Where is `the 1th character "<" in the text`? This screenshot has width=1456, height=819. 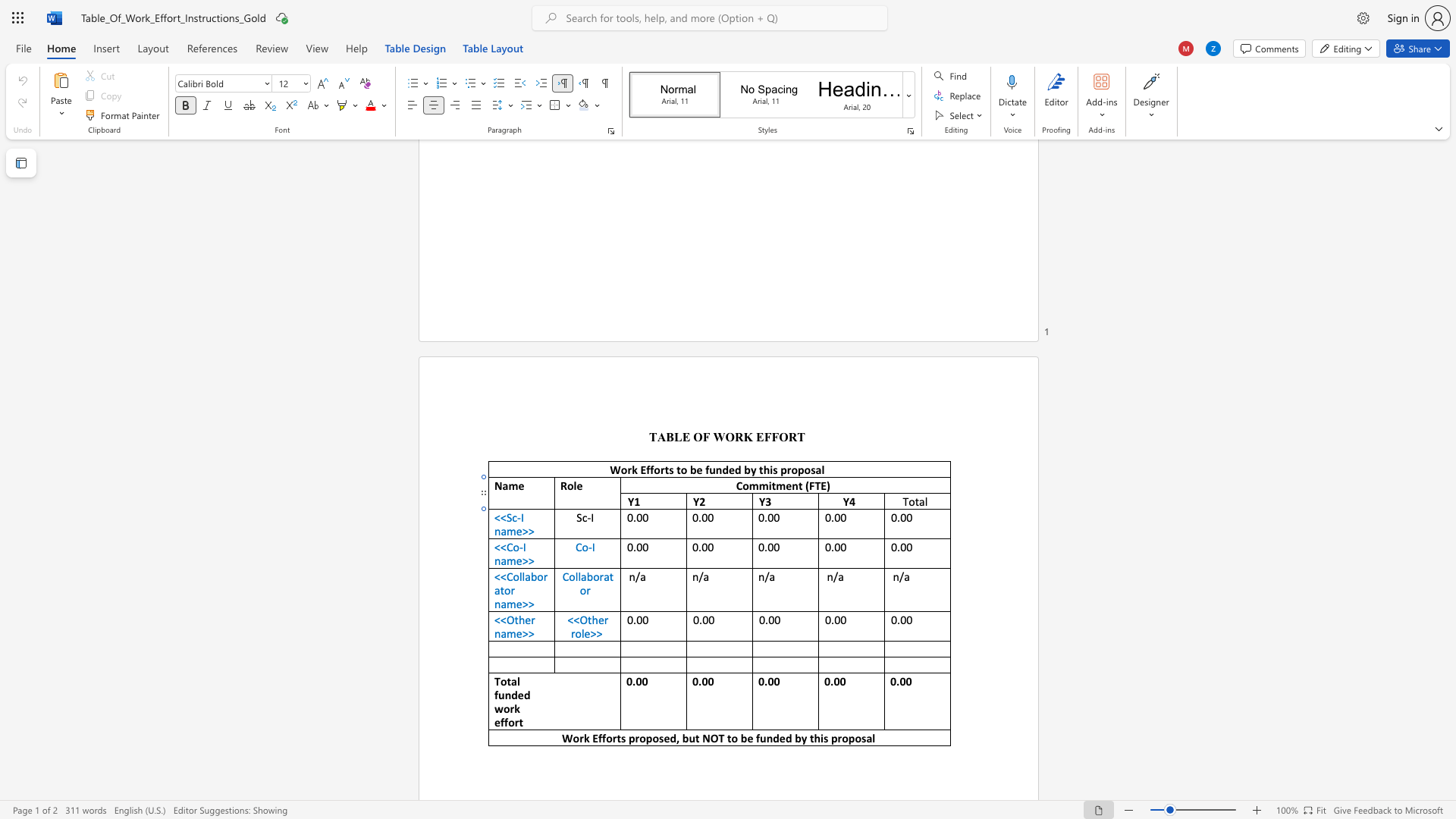
the 1th character "<" in the text is located at coordinates (497, 547).